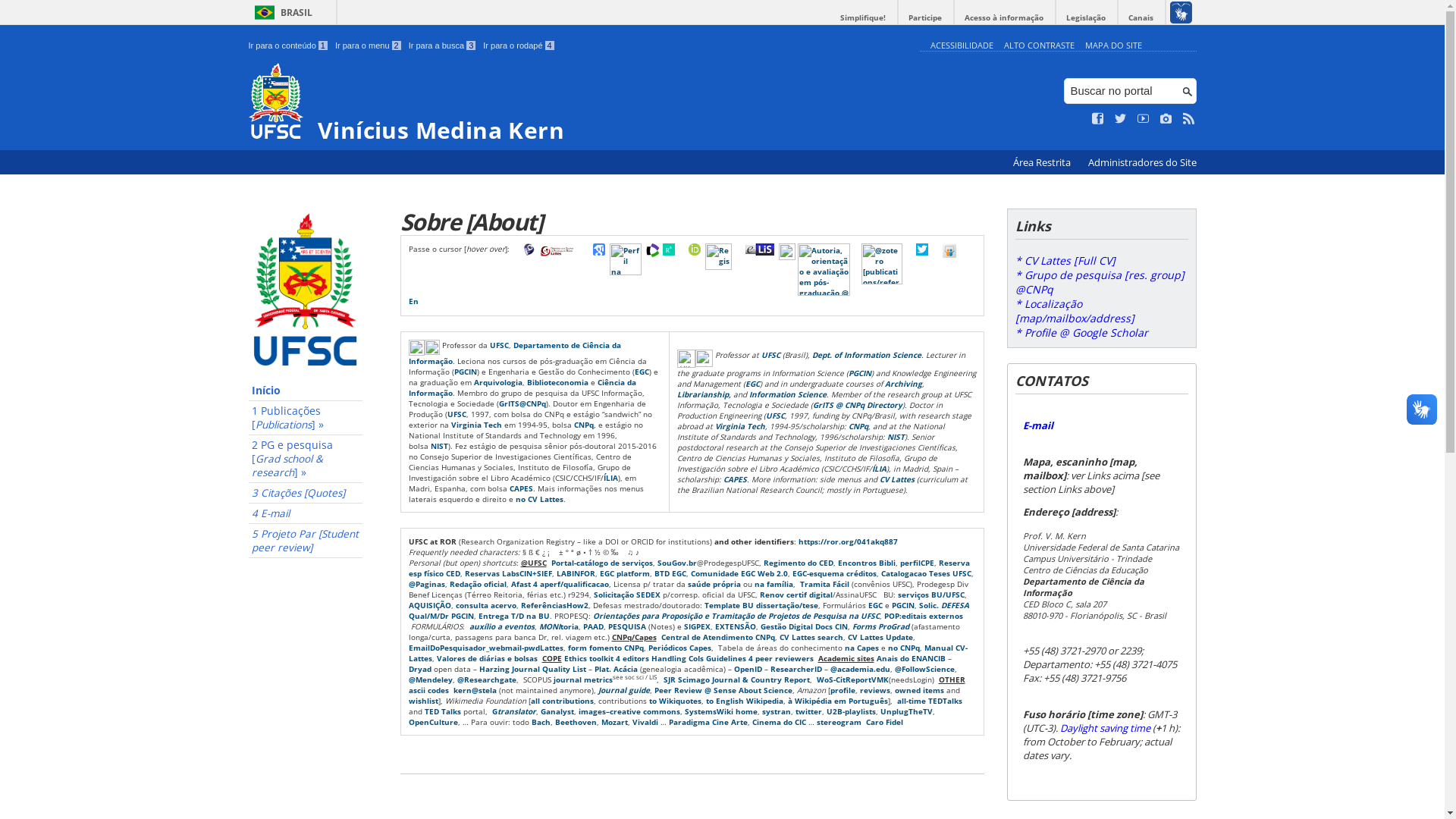  What do you see at coordinates (748, 668) in the screenshot?
I see `'OpenID'` at bounding box center [748, 668].